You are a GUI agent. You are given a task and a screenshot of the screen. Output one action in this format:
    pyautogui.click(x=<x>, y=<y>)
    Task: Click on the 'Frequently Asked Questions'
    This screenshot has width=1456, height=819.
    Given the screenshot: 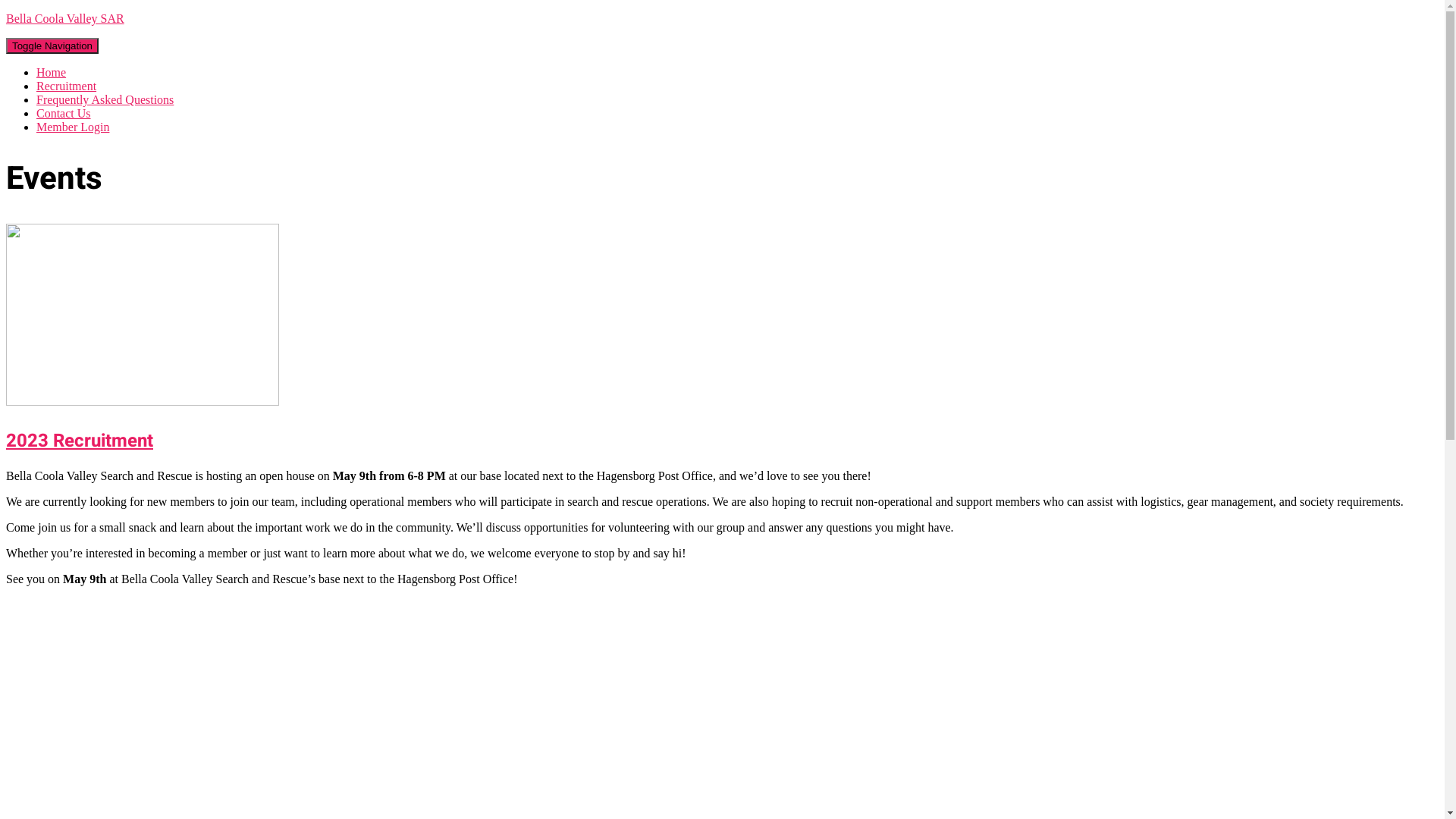 What is the action you would take?
    pyautogui.click(x=104, y=99)
    